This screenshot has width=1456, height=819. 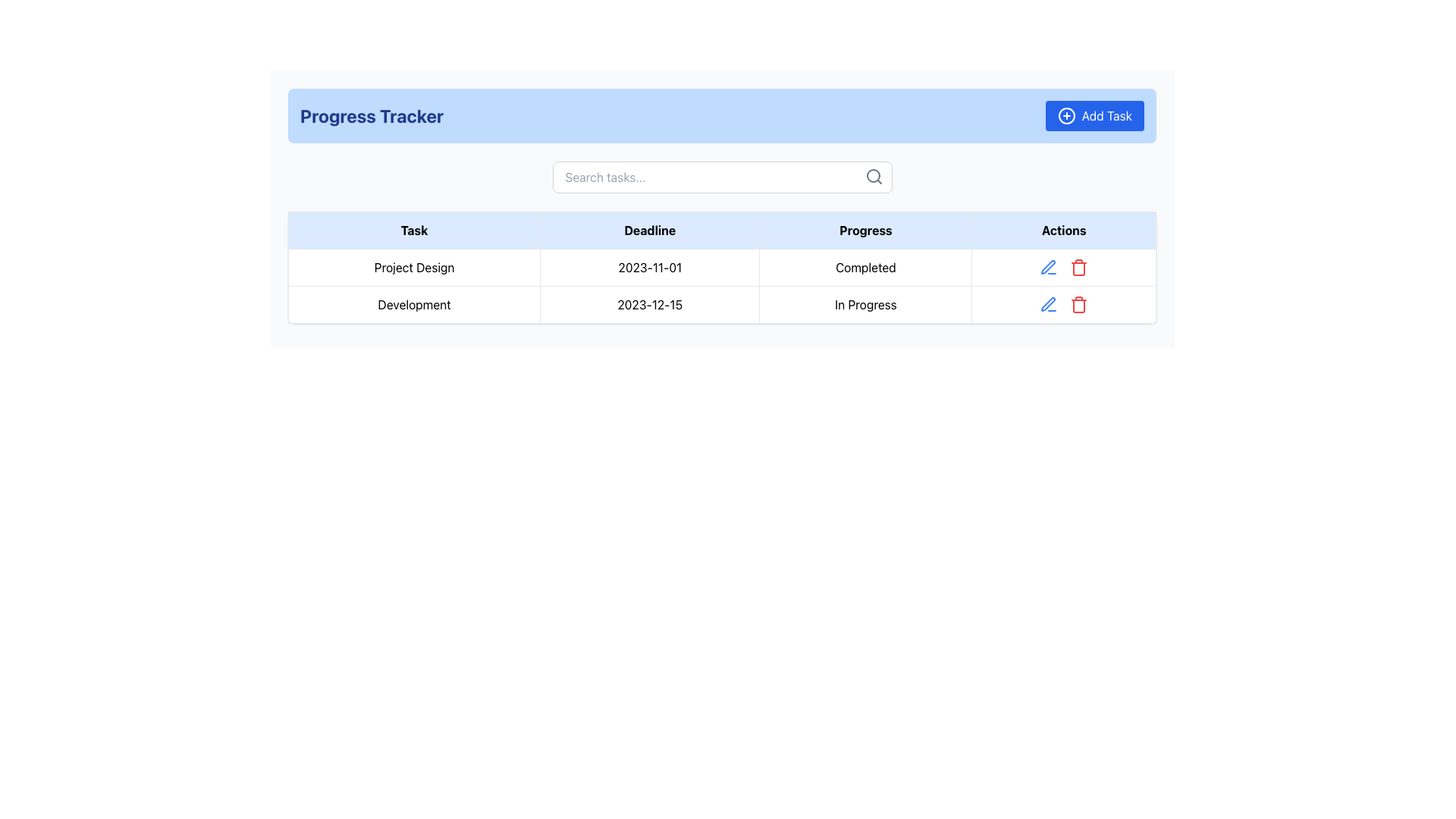 What do you see at coordinates (414, 267) in the screenshot?
I see `the task name cell in the project tracker table located in the first column of the first data row under the 'Task' header` at bounding box center [414, 267].